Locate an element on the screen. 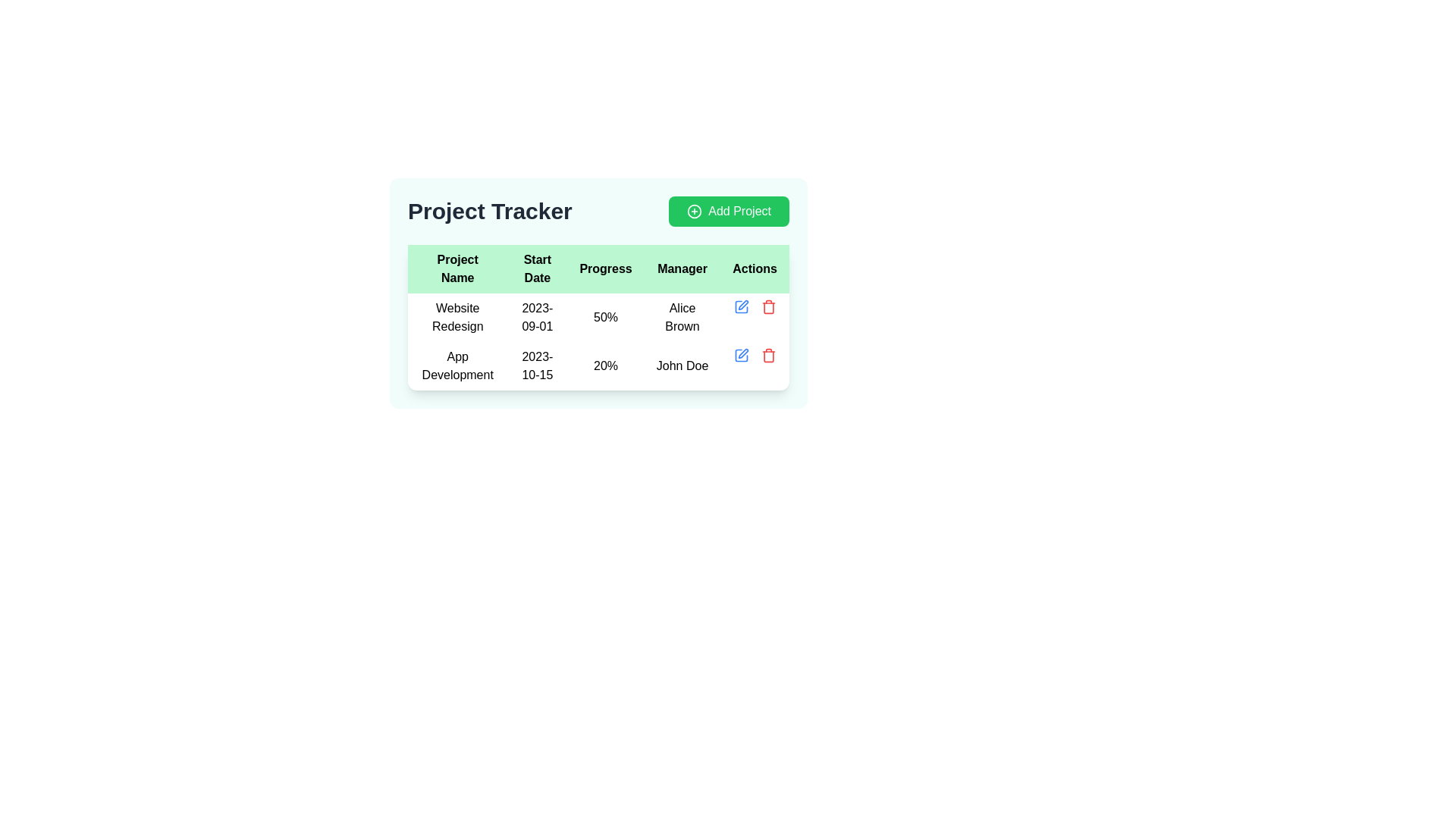  the edit icon located in the 'Actions' column for the 'App Development' row in the project tracker table to initiate the edit action is located at coordinates (741, 307).